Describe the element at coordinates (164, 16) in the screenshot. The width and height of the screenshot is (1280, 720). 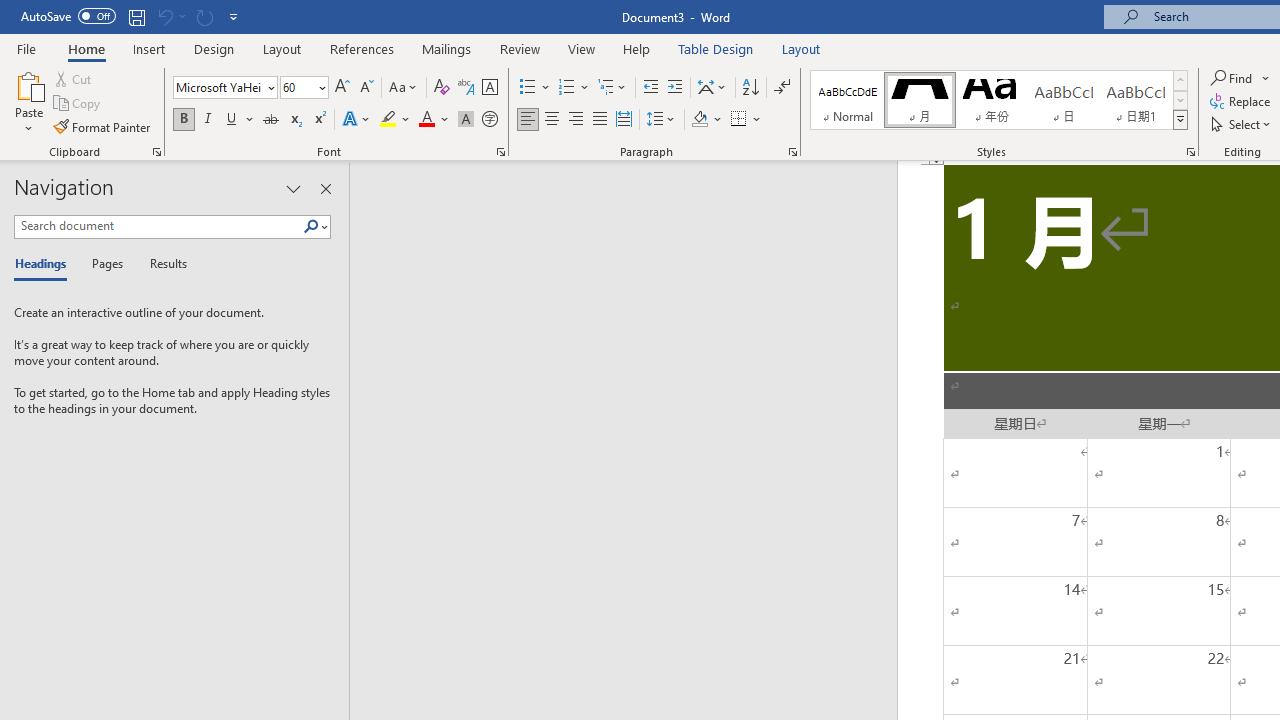
I see `'Can'` at that location.